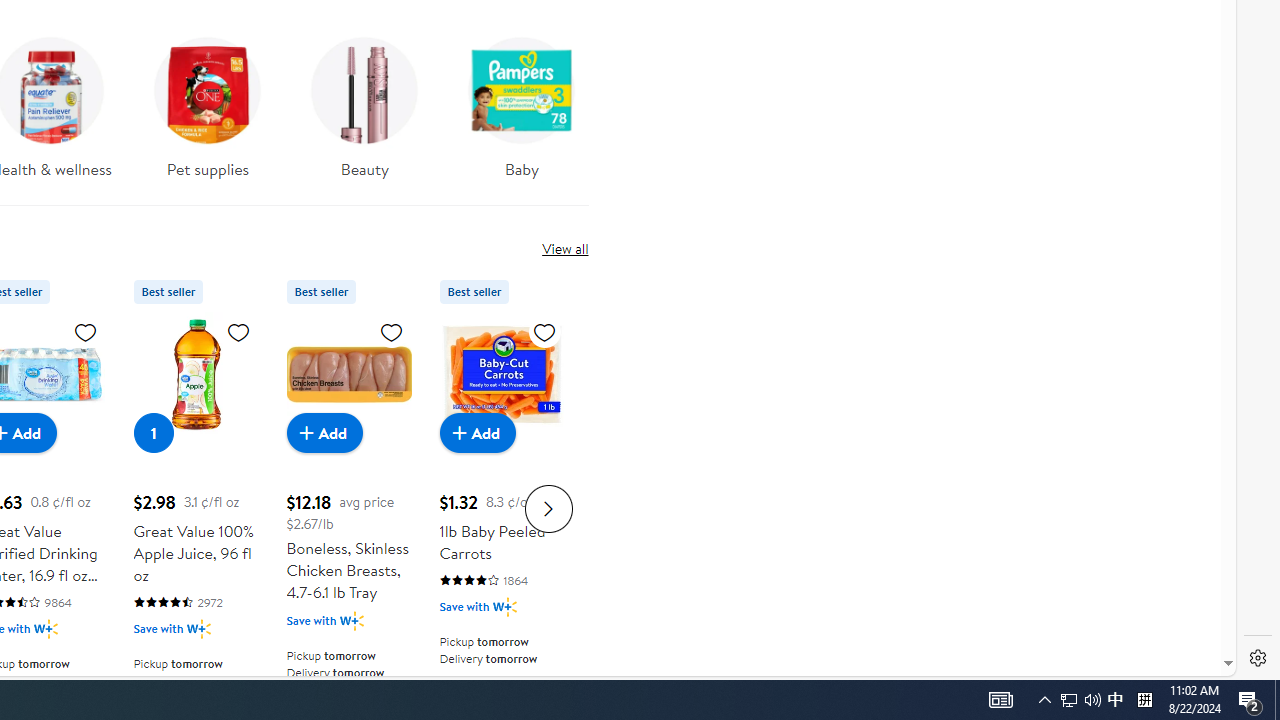  What do you see at coordinates (208, 114) in the screenshot?
I see `'Pet supplies'` at bounding box center [208, 114].